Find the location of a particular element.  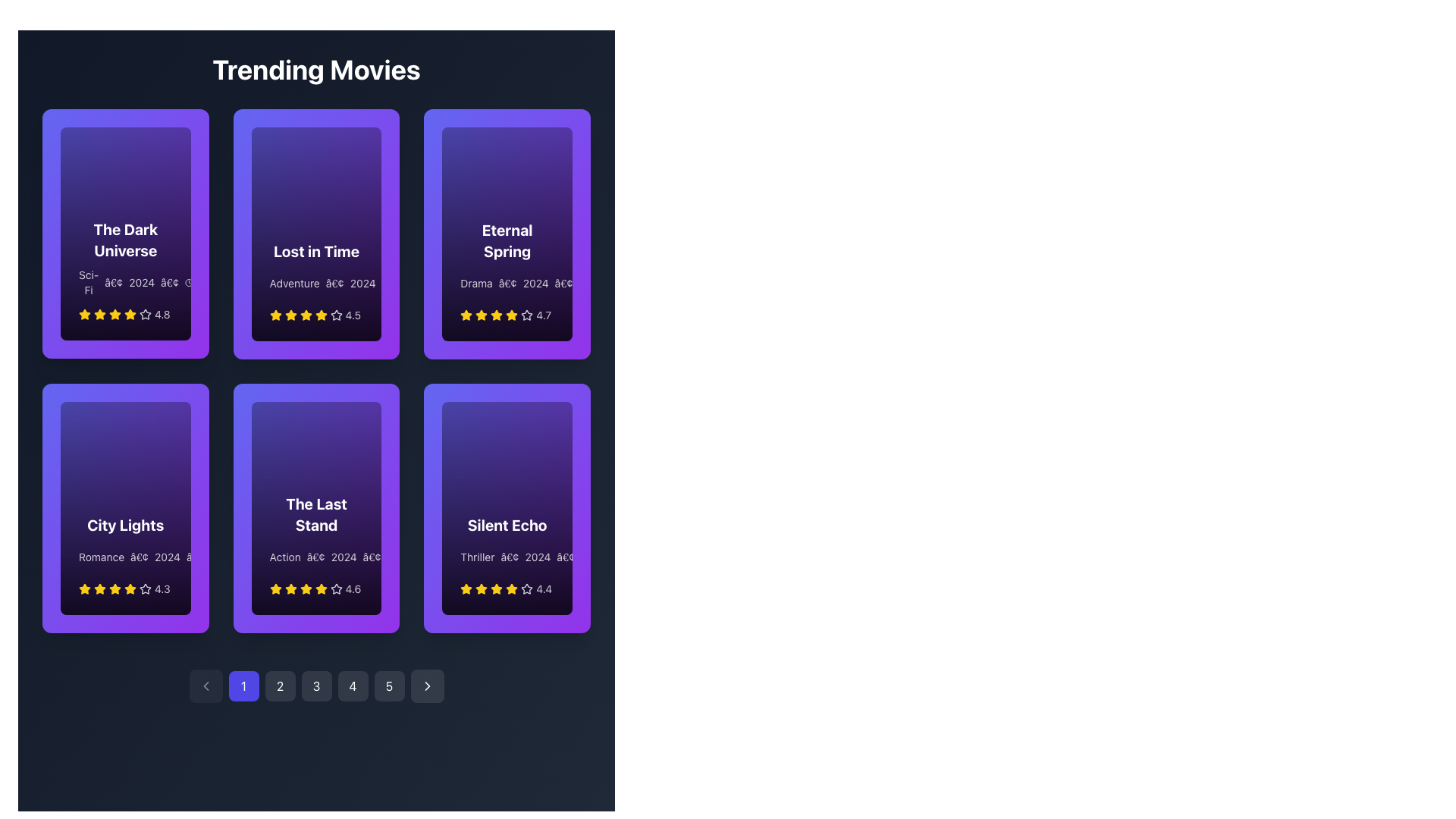

the numerical text label '4.5' in the 'Lost in Time' movie card, which is positioned in the third row and third column of the grid layout, following the yellow star icons is located at coordinates (352, 314).